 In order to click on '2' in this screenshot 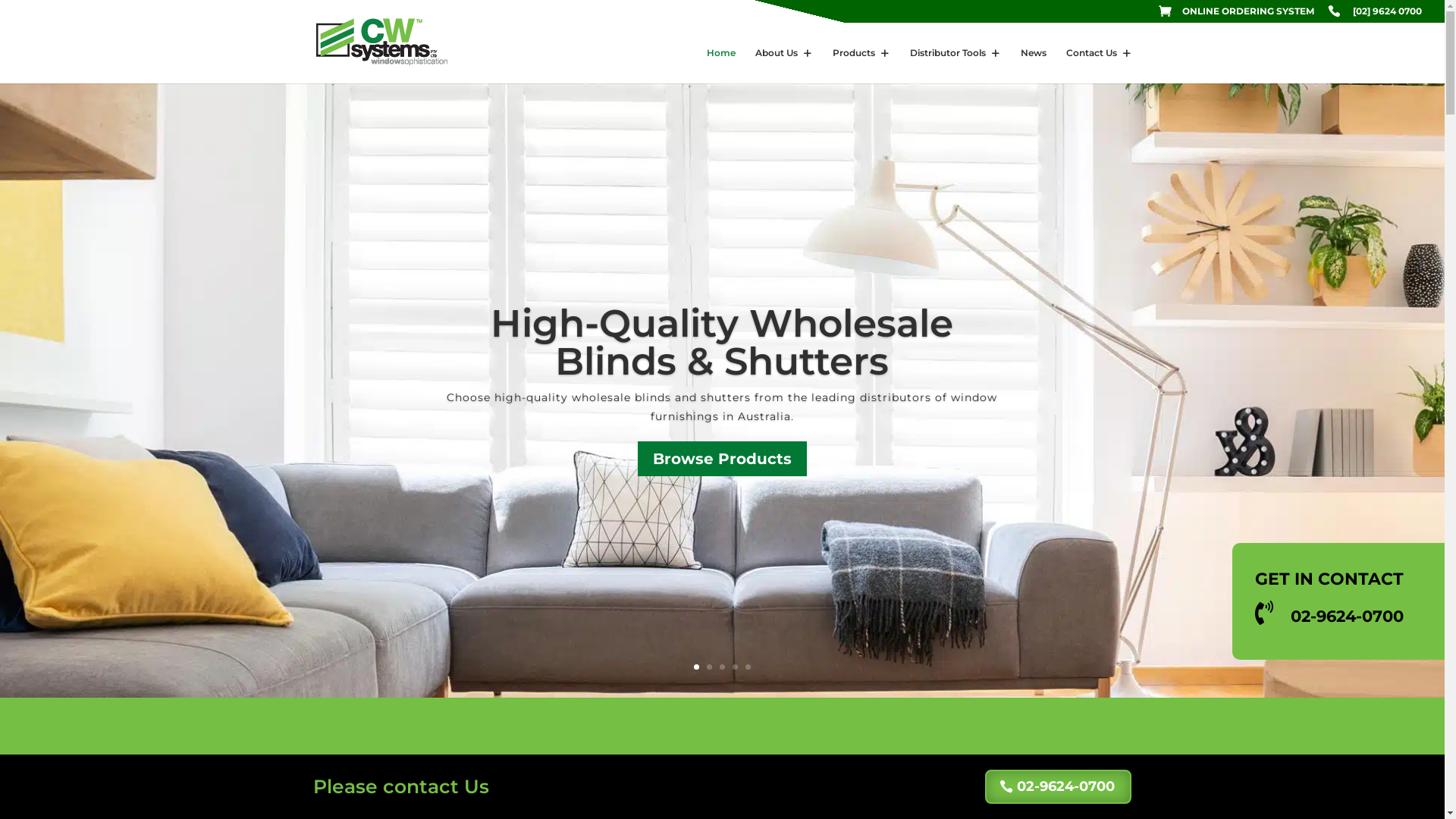, I will do `click(708, 666)`.